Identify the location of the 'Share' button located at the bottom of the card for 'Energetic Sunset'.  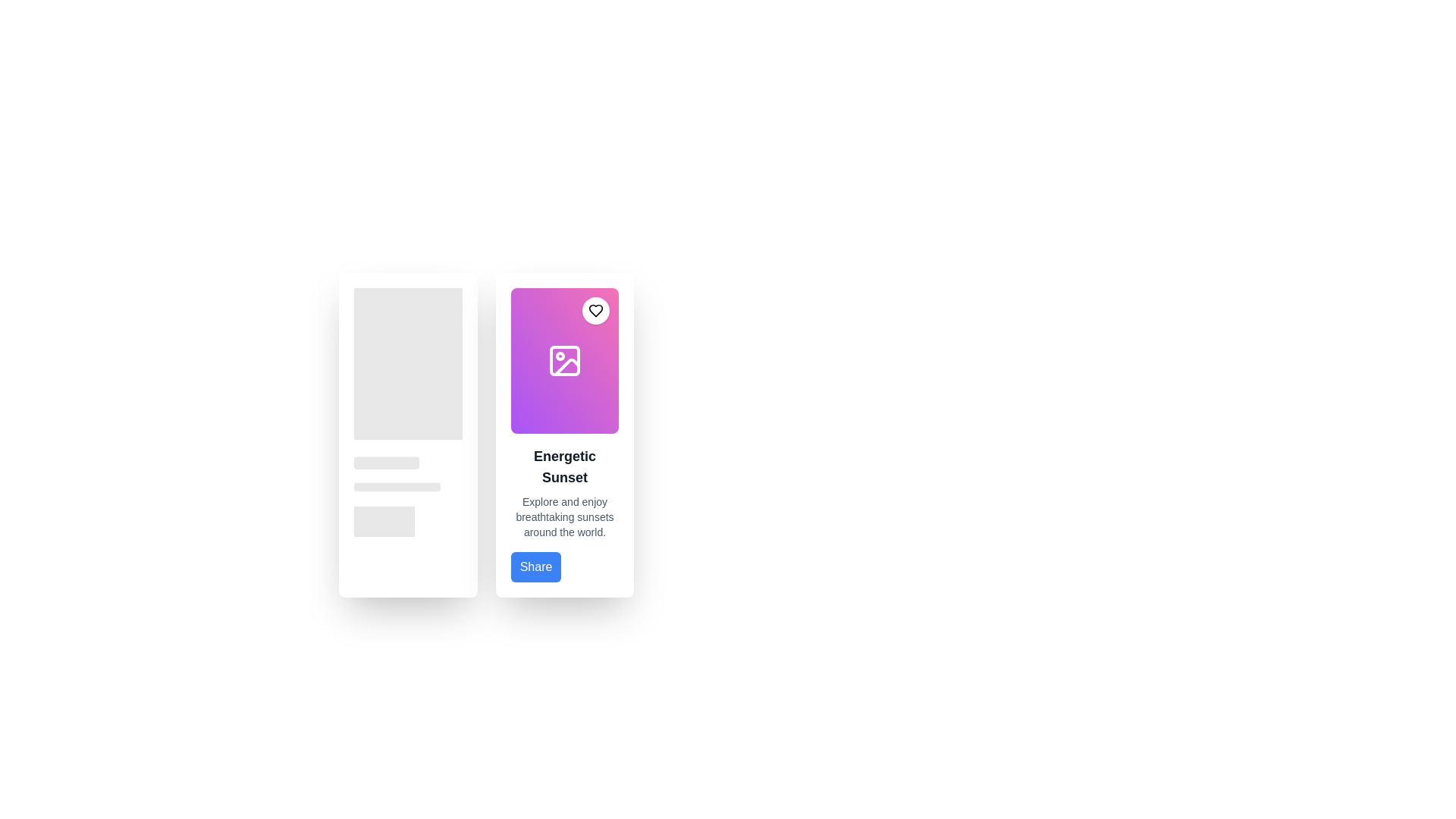
(535, 567).